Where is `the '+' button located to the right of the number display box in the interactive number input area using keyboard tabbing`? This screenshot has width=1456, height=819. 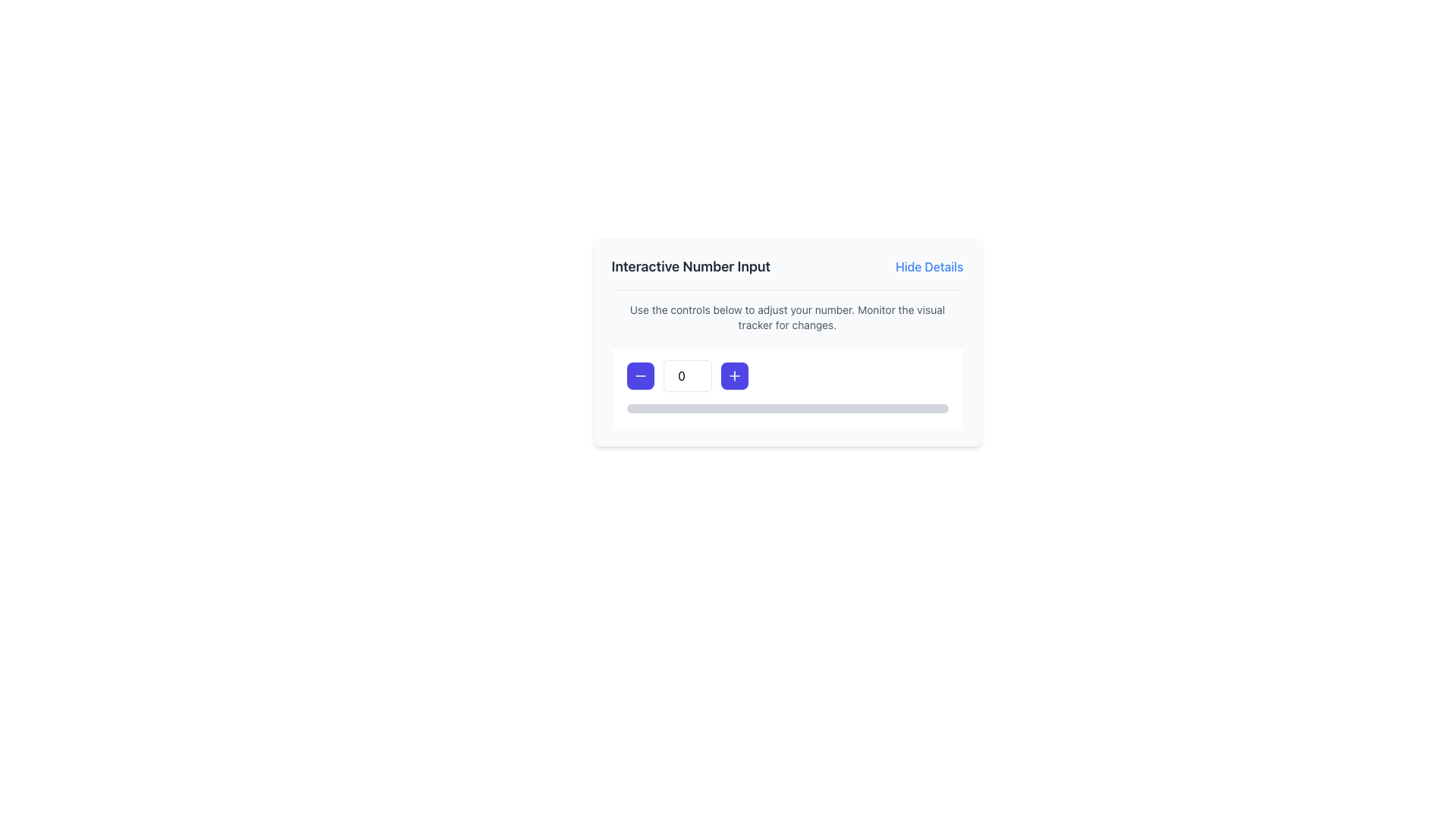 the '+' button located to the right of the number display box in the interactive number input area using keyboard tabbing is located at coordinates (734, 375).